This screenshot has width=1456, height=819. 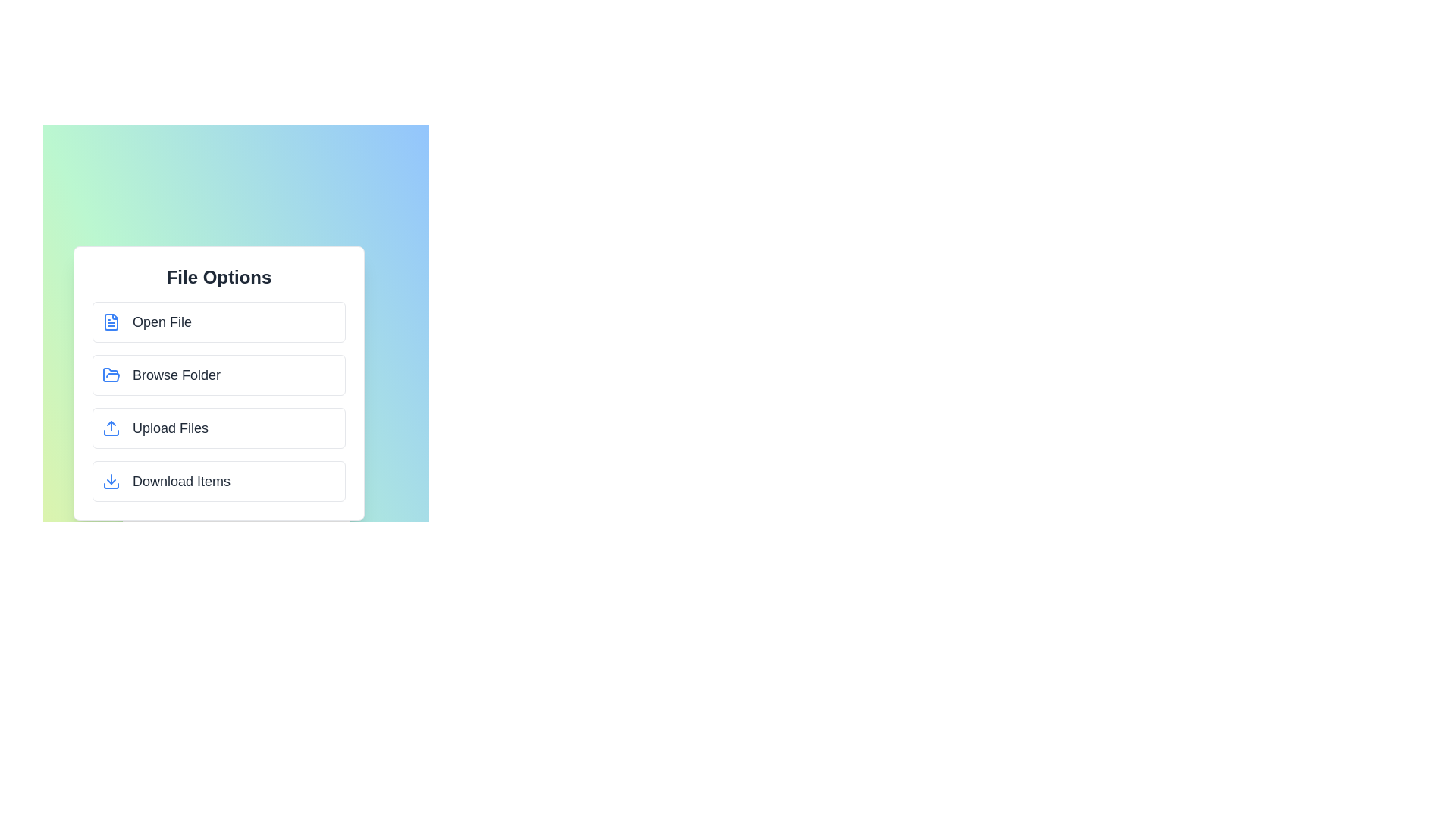 What do you see at coordinates (218, 375) in the screenshot?
I see `the 'Browse Folder' option in the menu` at bounding box center [218, 375].